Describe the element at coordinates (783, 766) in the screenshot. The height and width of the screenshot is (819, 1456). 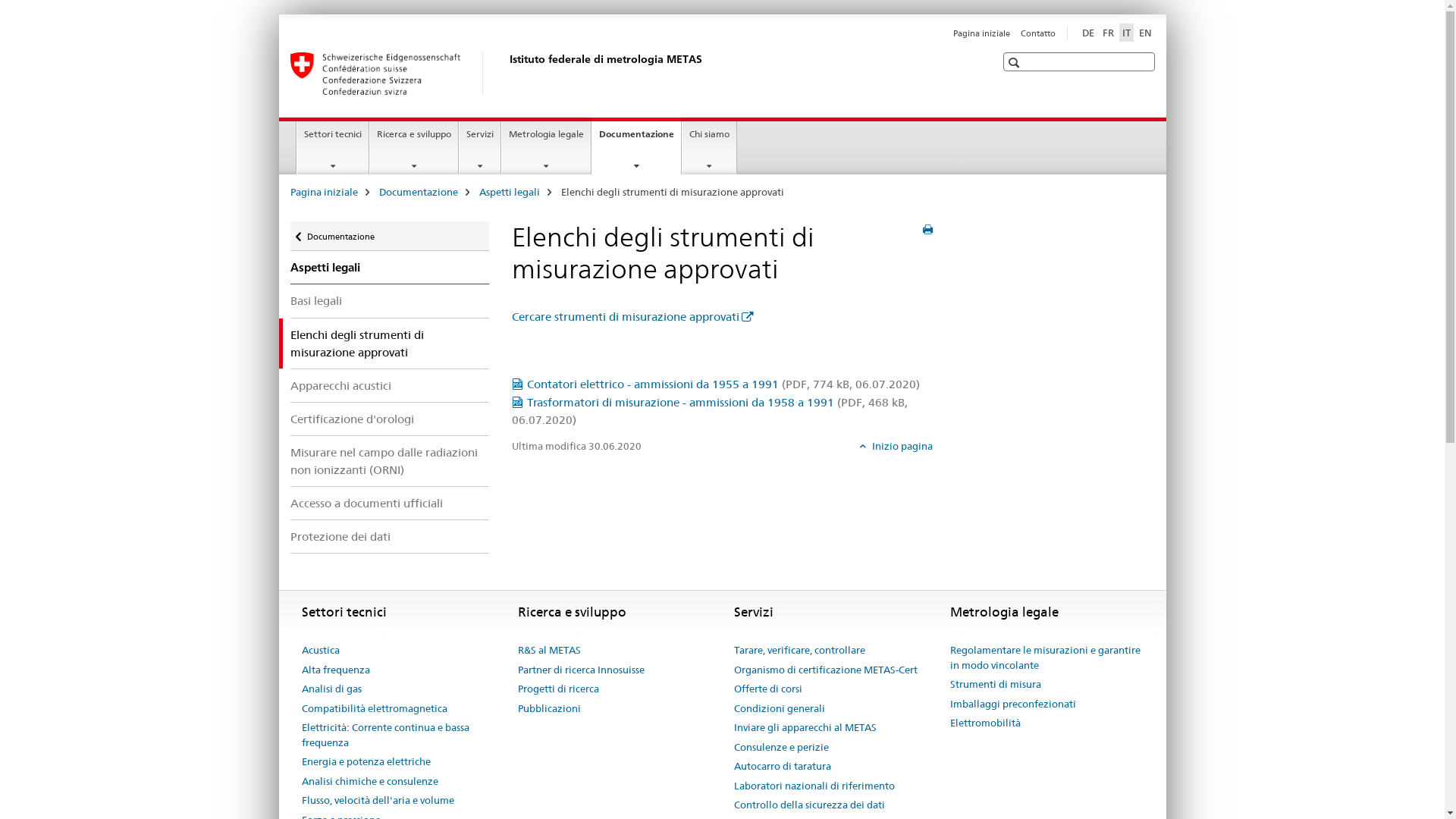
I see `'Autocarro di taratura'` at that location.